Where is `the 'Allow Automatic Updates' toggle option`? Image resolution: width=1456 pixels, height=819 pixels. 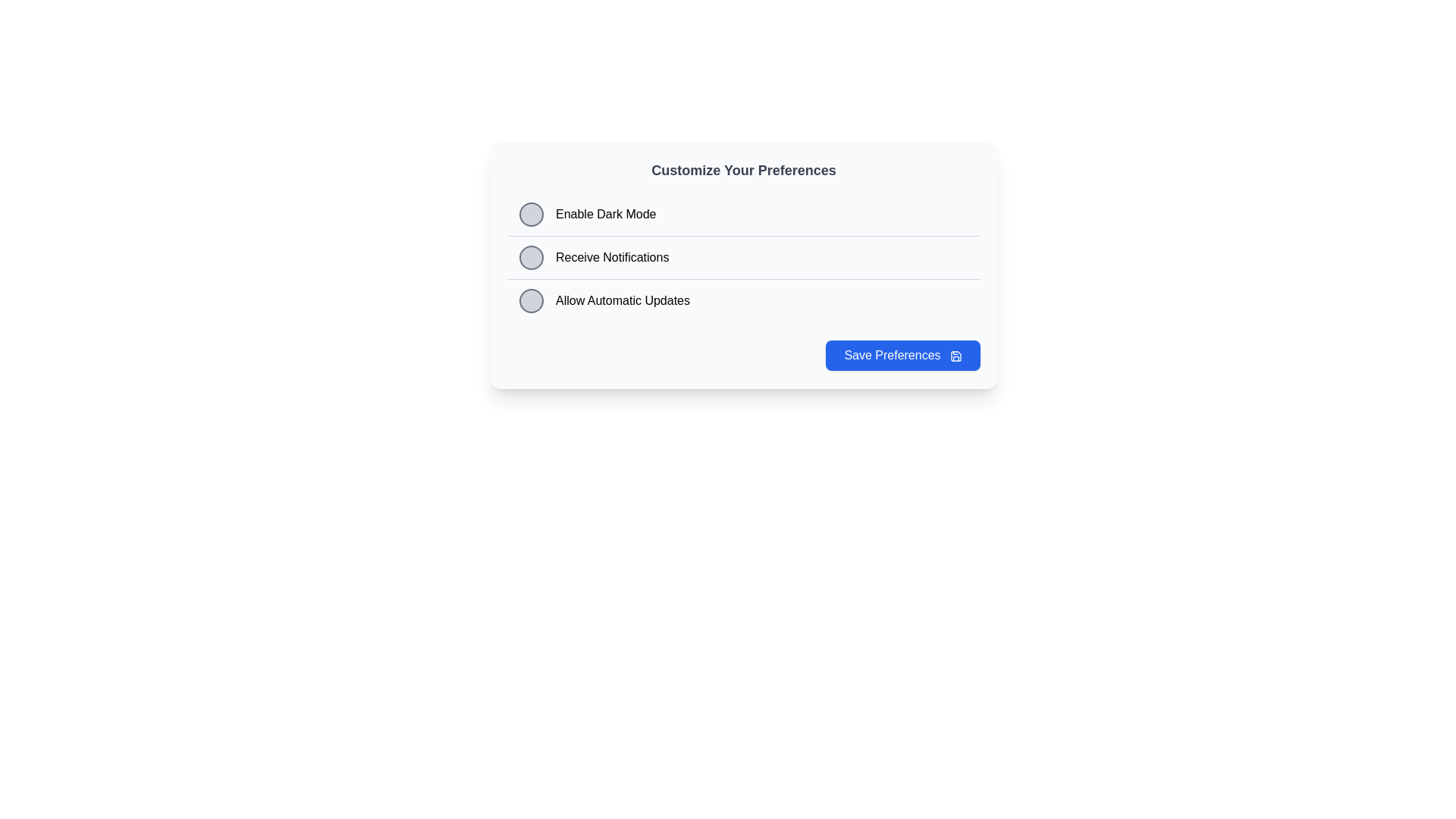 the 'Allow Automatic Updates' toggle option is located at coordinates (604, 301).